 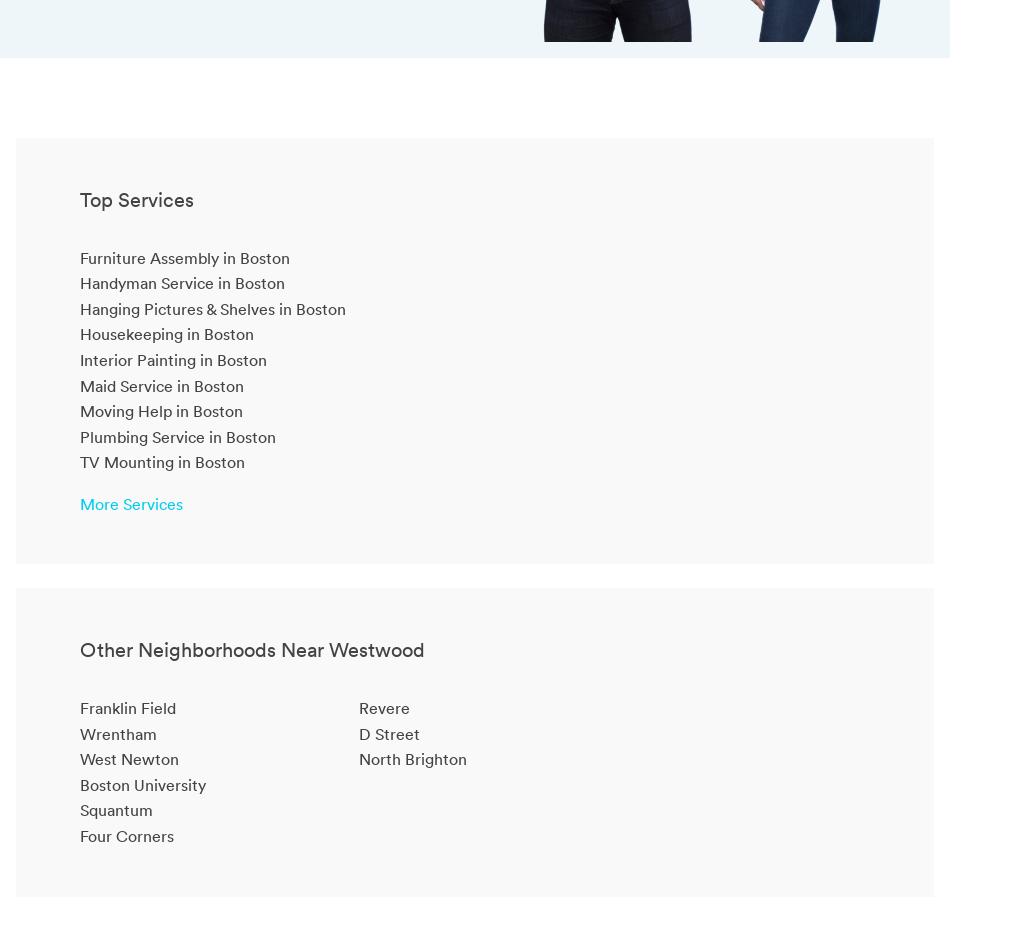 I want to click on 'Other Neighborhoods Near Westwood', so click(x=251, y=648).